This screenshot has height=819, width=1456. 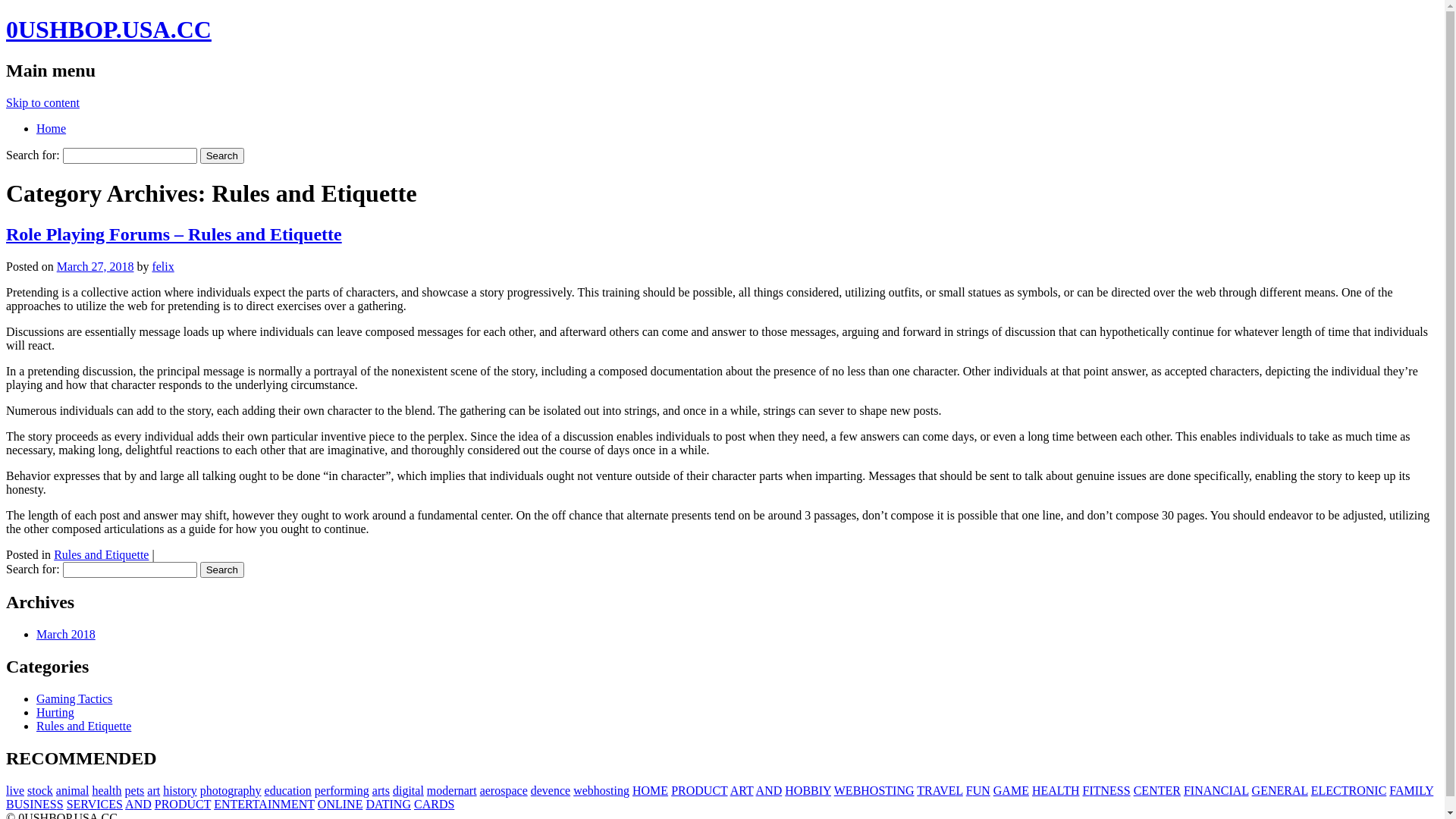 I want to click on 'r', so click(x=379, y=789).